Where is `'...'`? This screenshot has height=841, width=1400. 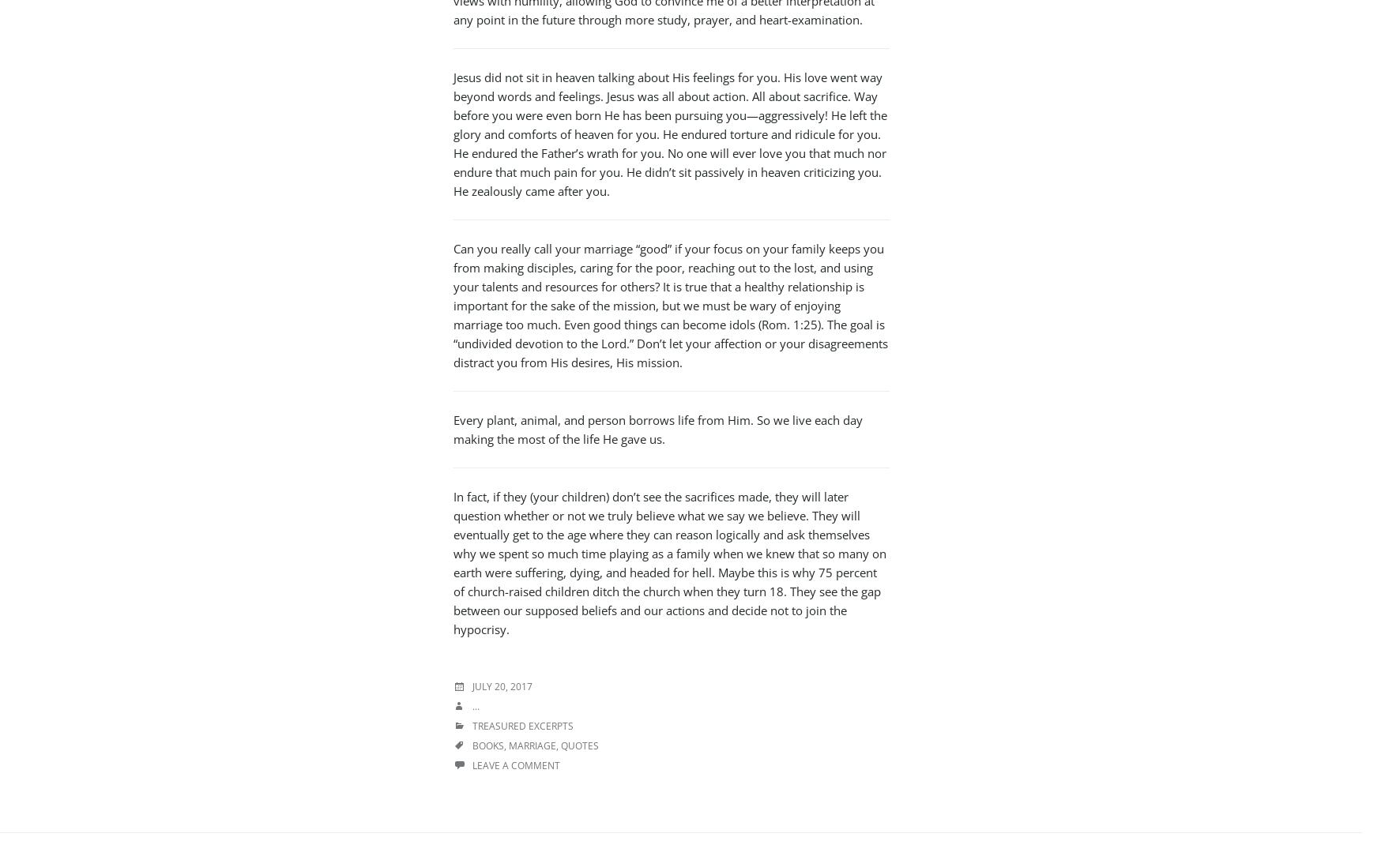
'...' is located at coordinates (476, 706).